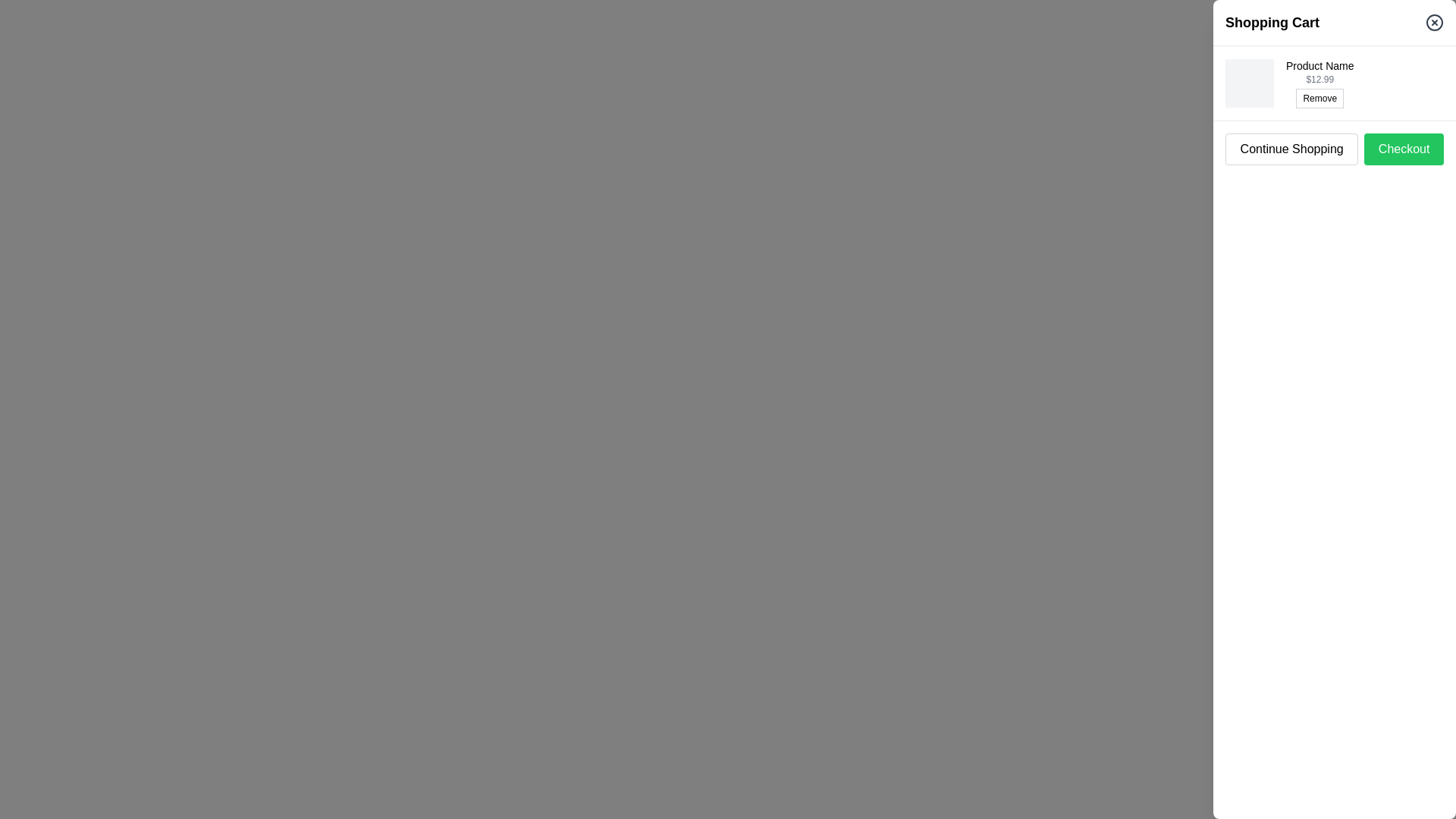 The height and width of the screenshot is (819, 1456). I want to click on the circular icon button with a stylized 'X' symbol located in the top-right corner of the 'Shopping Cart' header, so click(1433, 23).